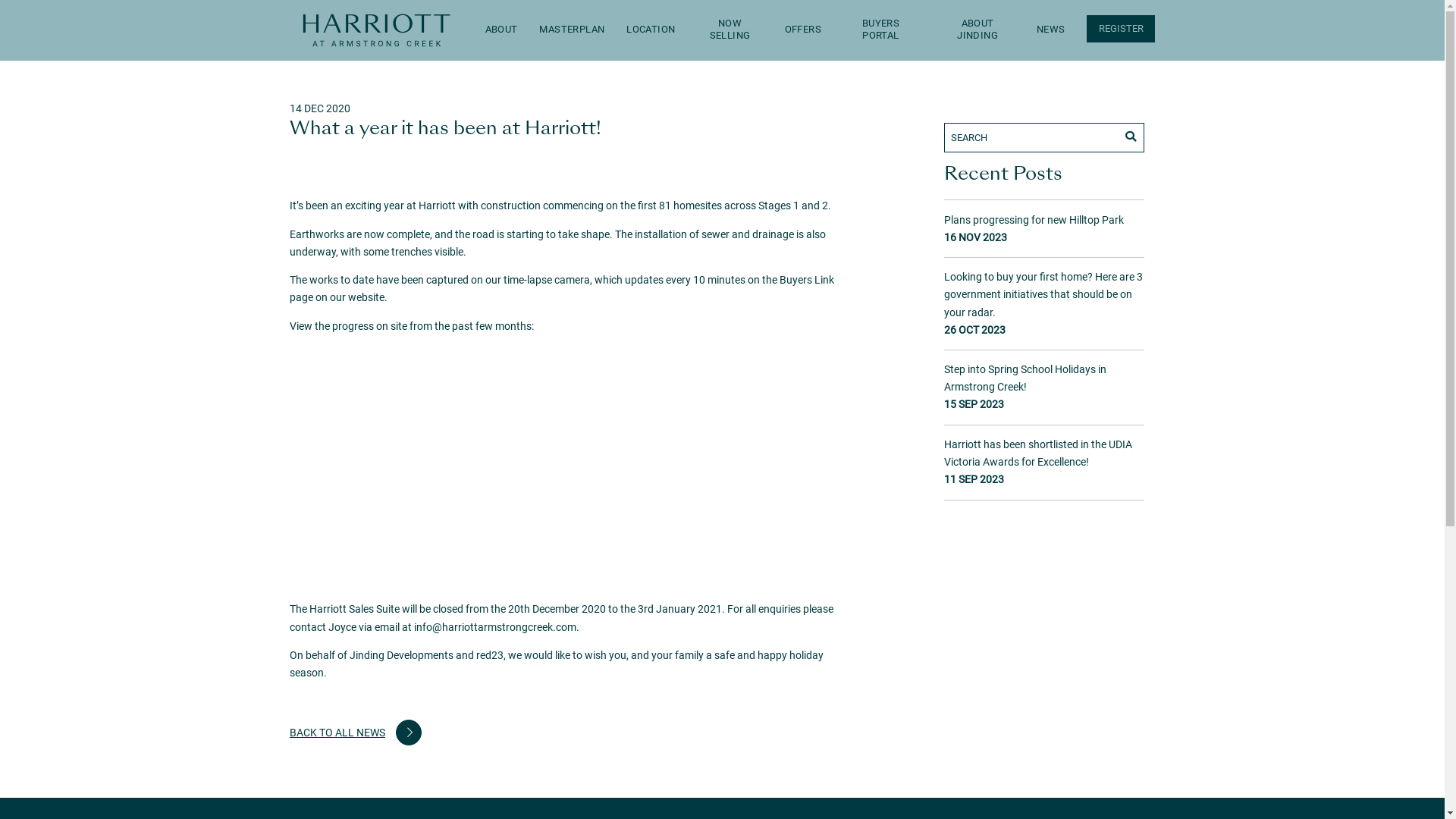 This screenshot has width=1456, height=819. I want to click on 'Plans progressing for new Hilltop Park', so click(1033, 220).